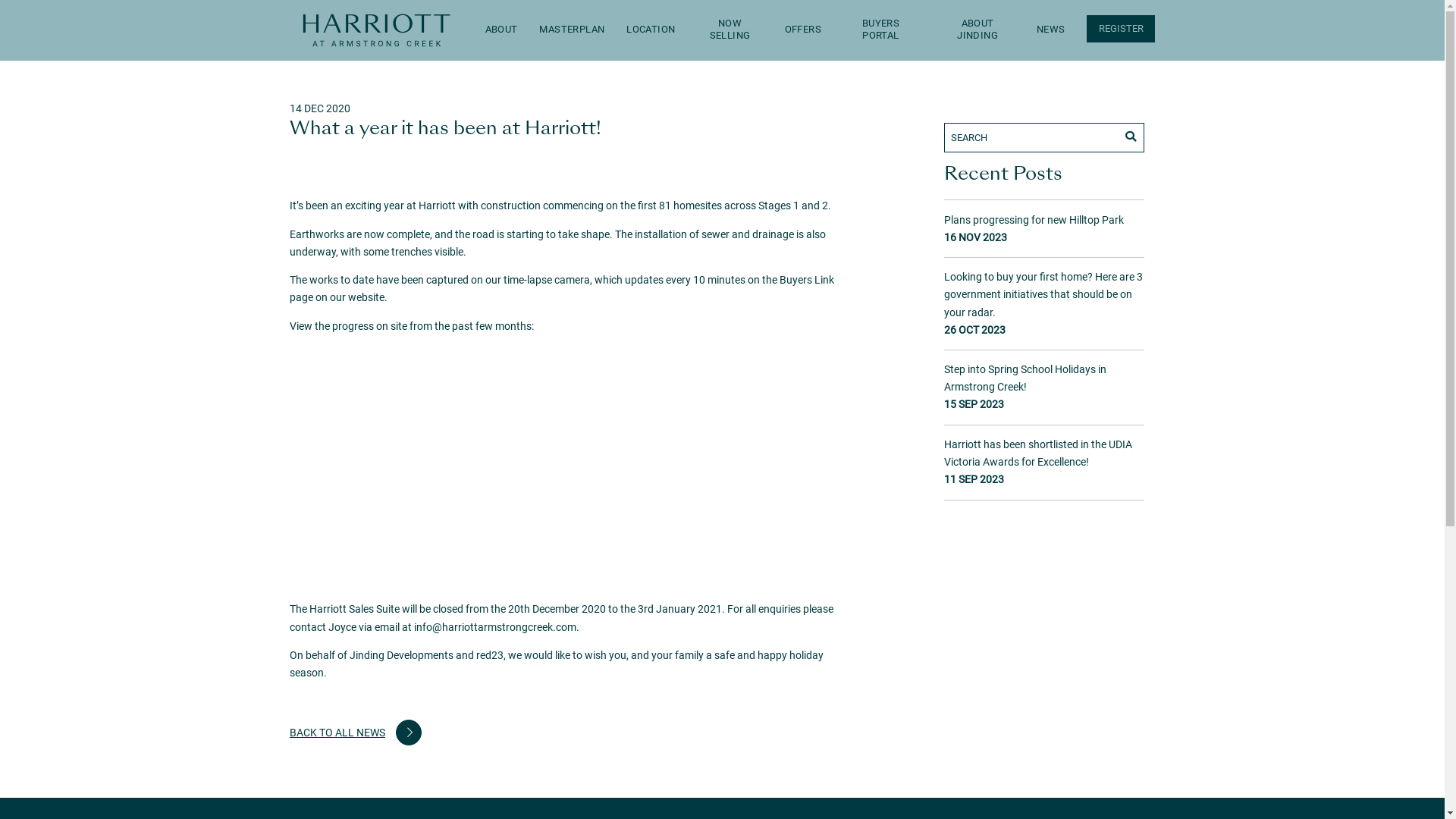 This screenshot has width=1456, height=819. I want to click on 'Plans progressing for new Hilltop Park', so click(1033, 220).